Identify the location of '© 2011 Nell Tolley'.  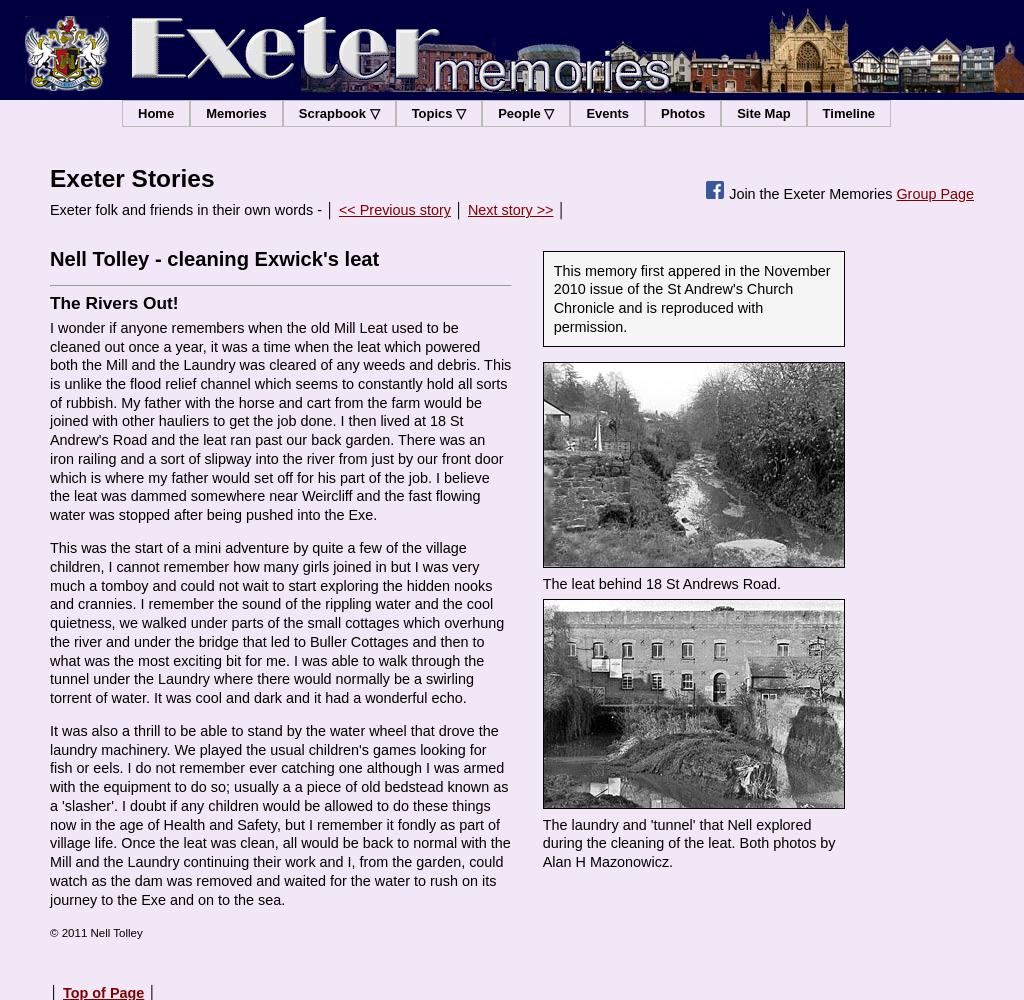
(48, 932).